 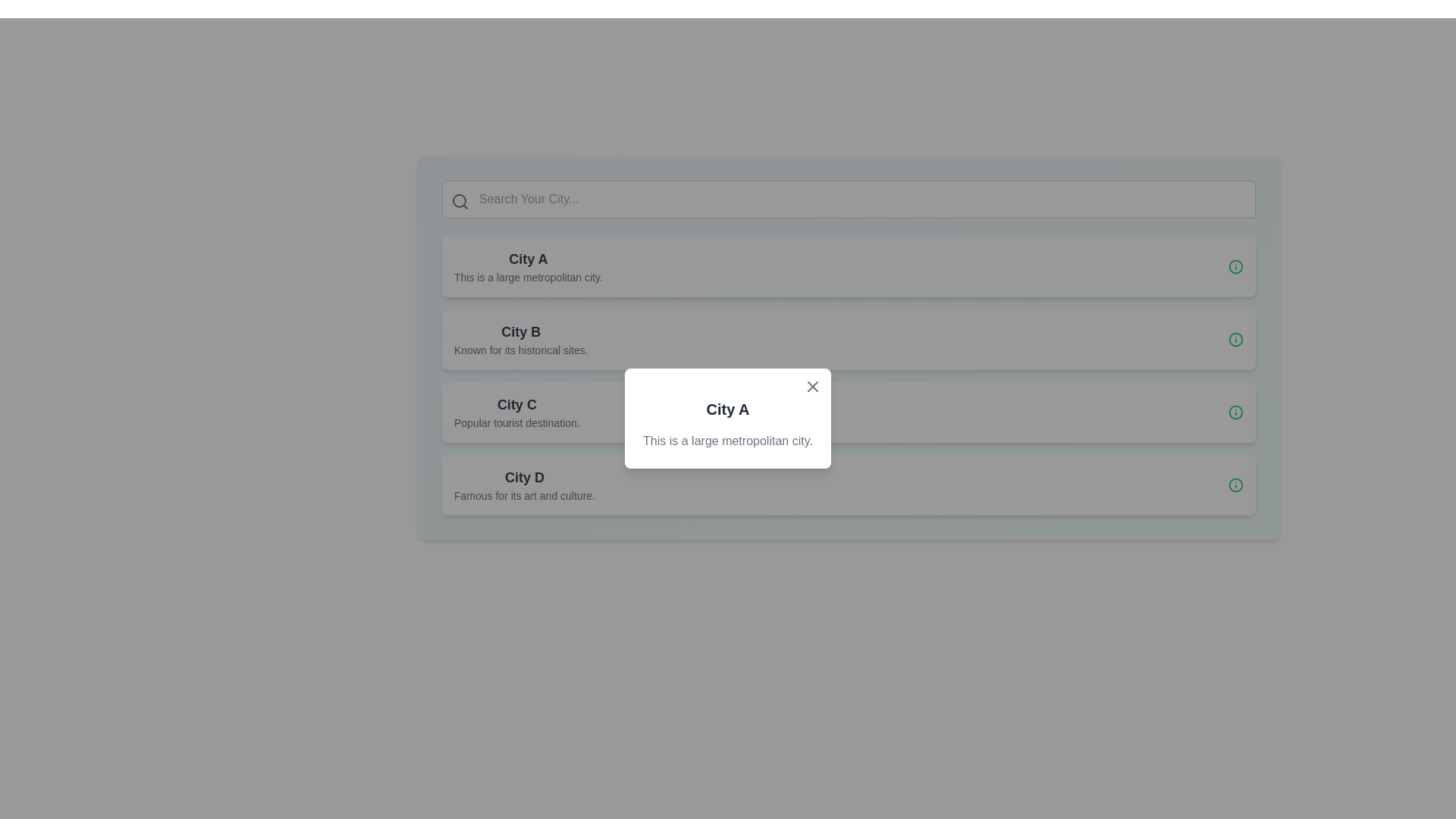 What do you see at coordinates (528, 265) in the screenshot?
I see `the static text display labeled 'City A' which is the first item in a vertical list of city descriptions` at bounding box center [528, 265].